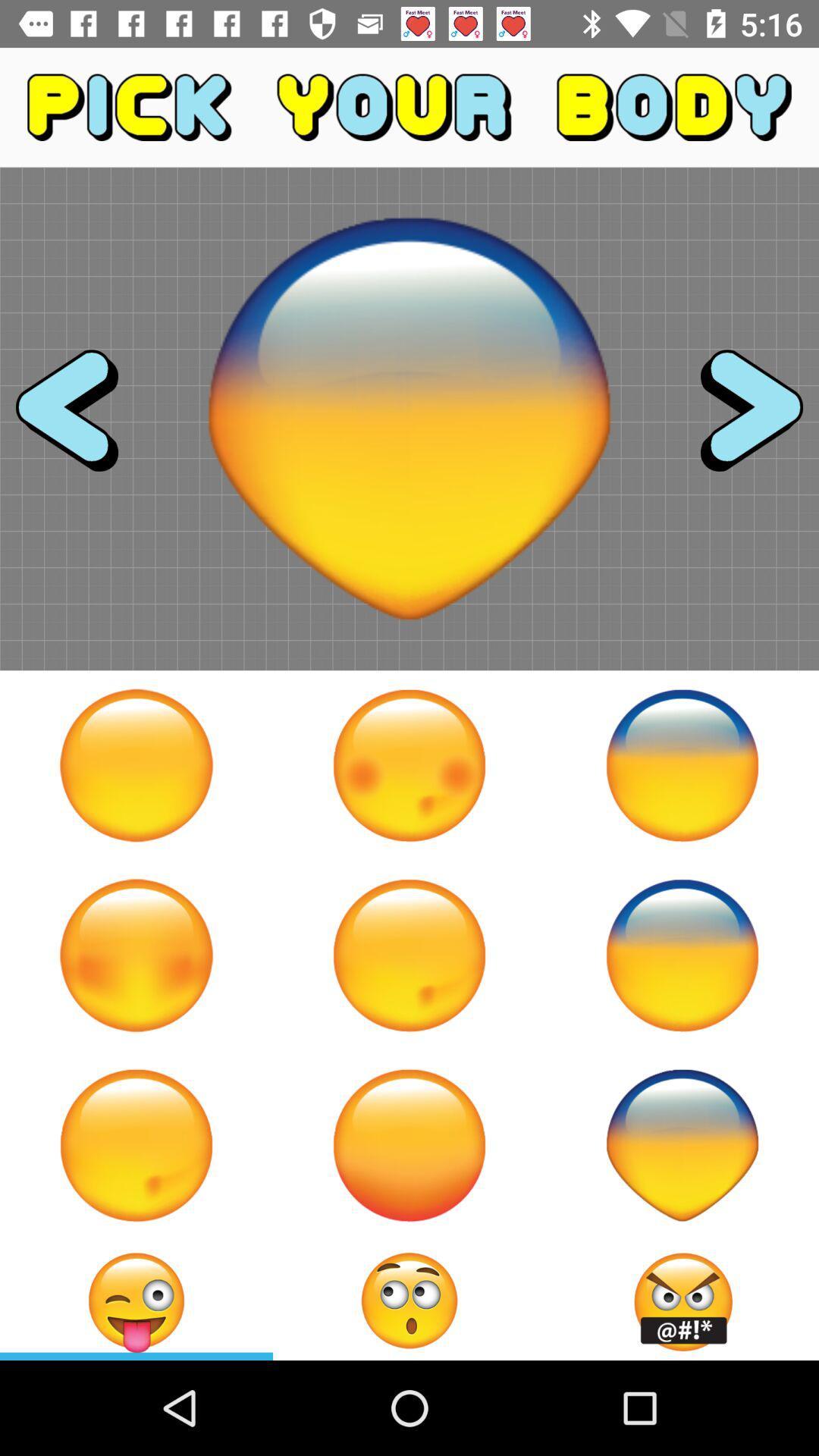 This screenshot has width=819, height=1456. I want to click on emoji, so click(136, 1300).